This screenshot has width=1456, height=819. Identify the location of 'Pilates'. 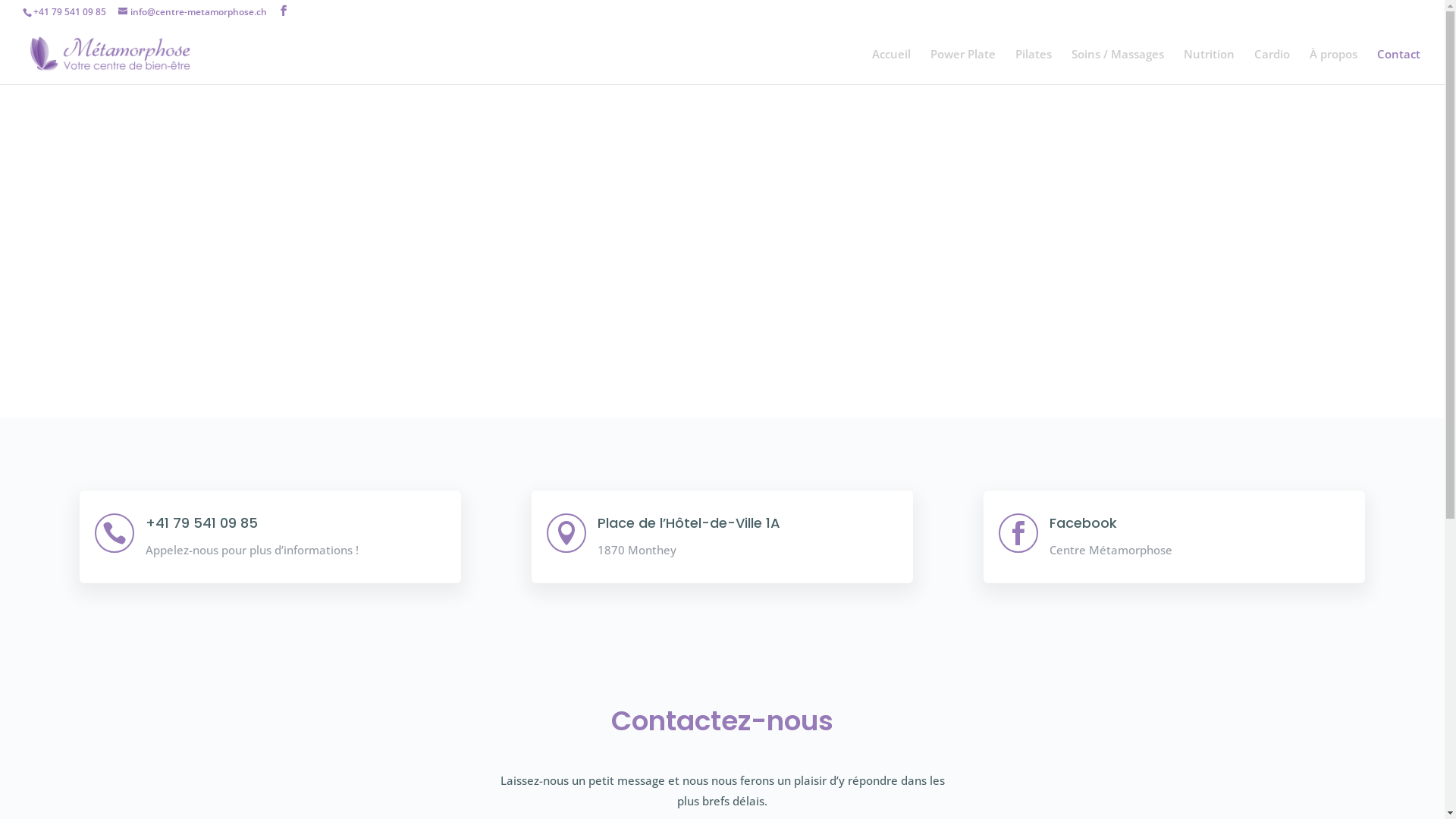
(1033, 65).